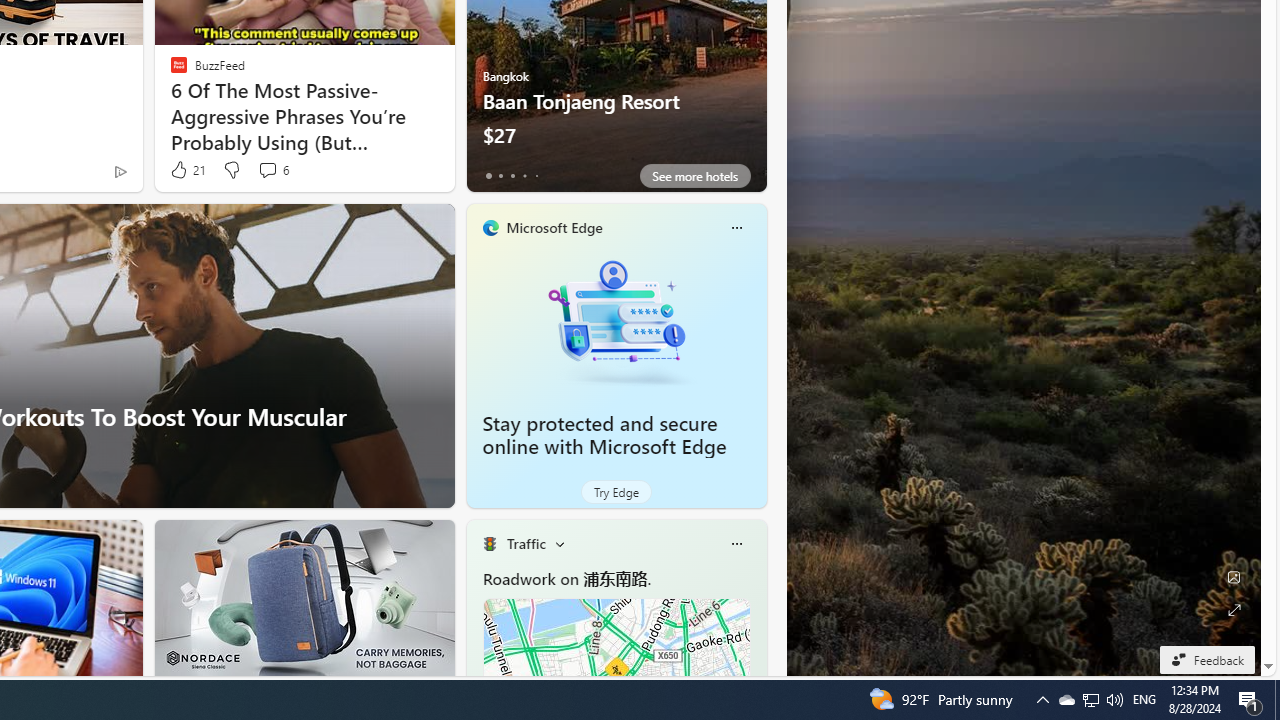 This screenshot has height=720, width=1280. Describe the element at coordinates (1232, 609) in the screenshot. I see `'Expand background'` at that location.